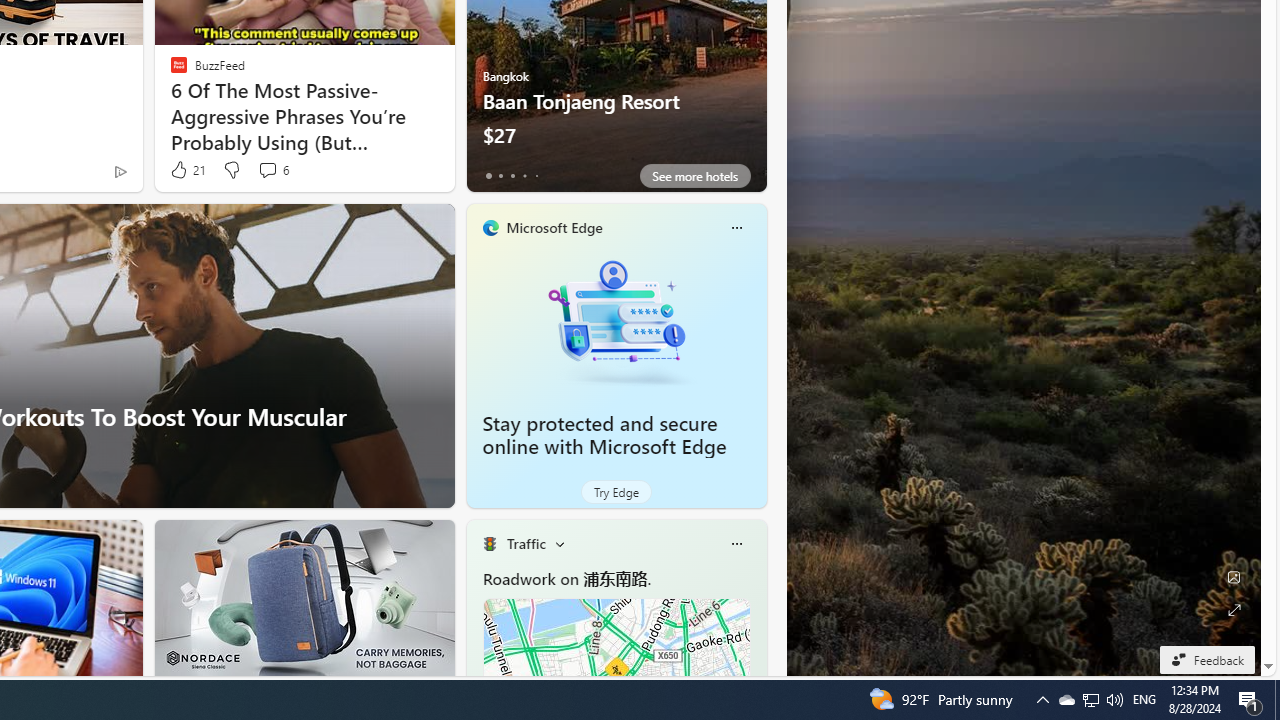 This screenshot has height=720, width=1280. Describe the element at coordinates (1232, 609) in the screenshot. I see `'Expand background'` at that location.